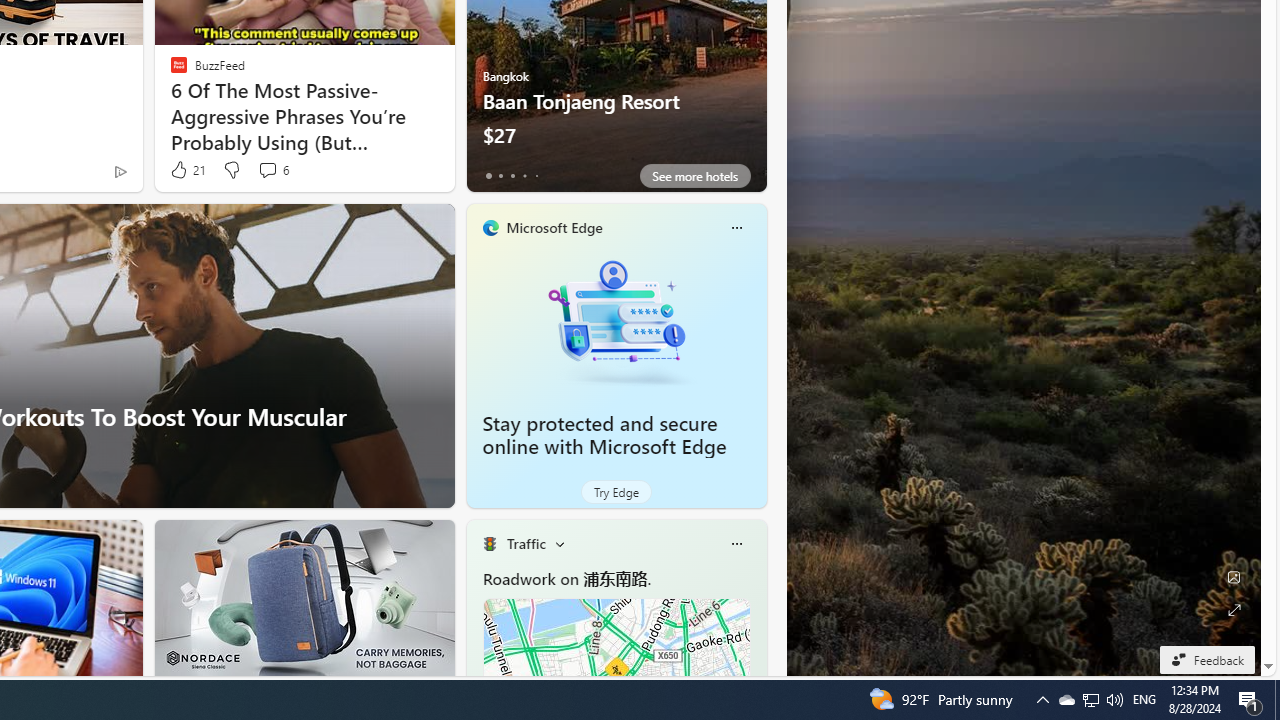 This screenshot has height=720, width=1280. Describe the element at coordinates (1232, 609) in the screenshot. I see `'Expand background'` at that location.